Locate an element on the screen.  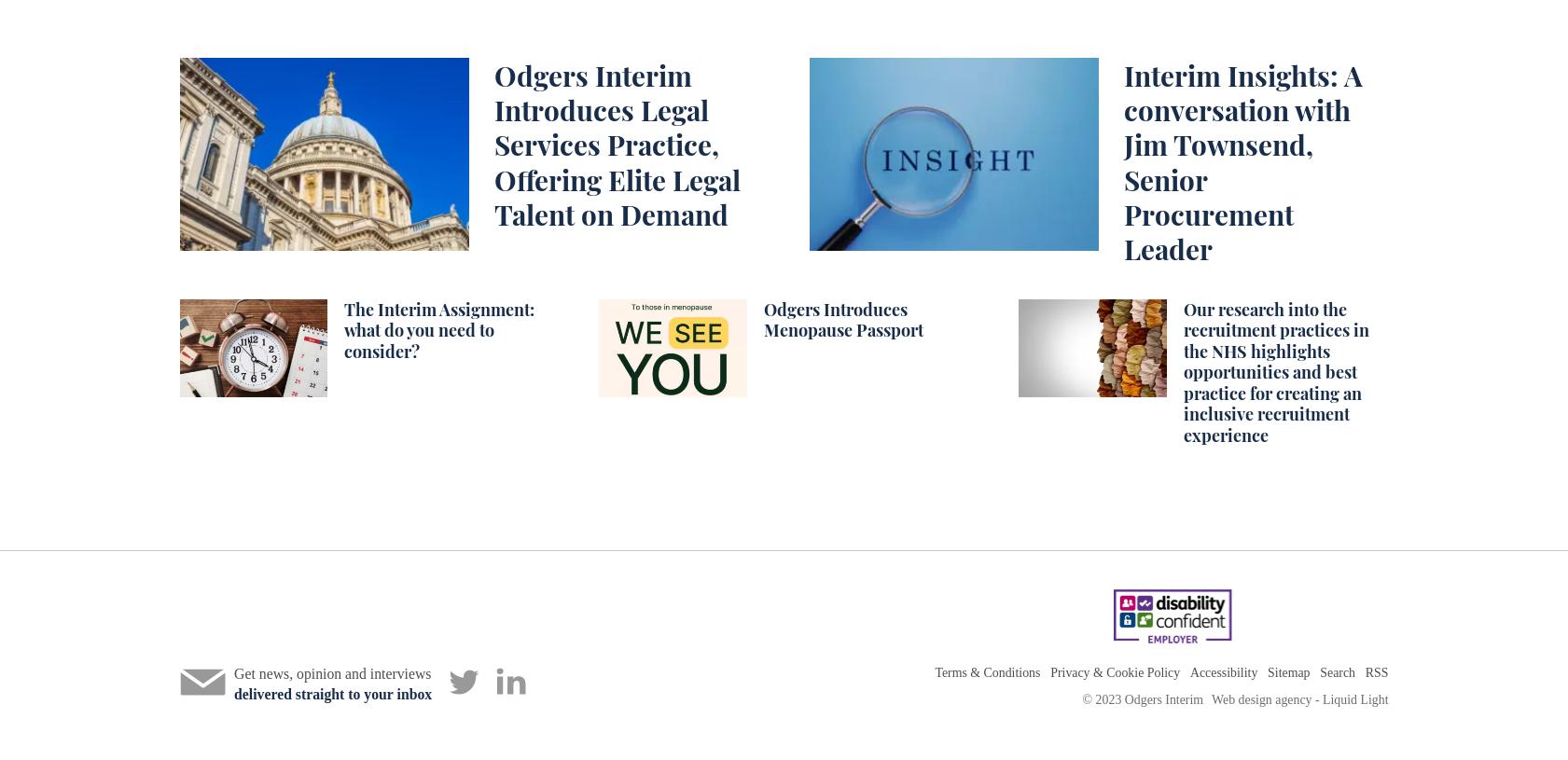
'Get news, opinion and interviews' is located at coordinates (331, 672).